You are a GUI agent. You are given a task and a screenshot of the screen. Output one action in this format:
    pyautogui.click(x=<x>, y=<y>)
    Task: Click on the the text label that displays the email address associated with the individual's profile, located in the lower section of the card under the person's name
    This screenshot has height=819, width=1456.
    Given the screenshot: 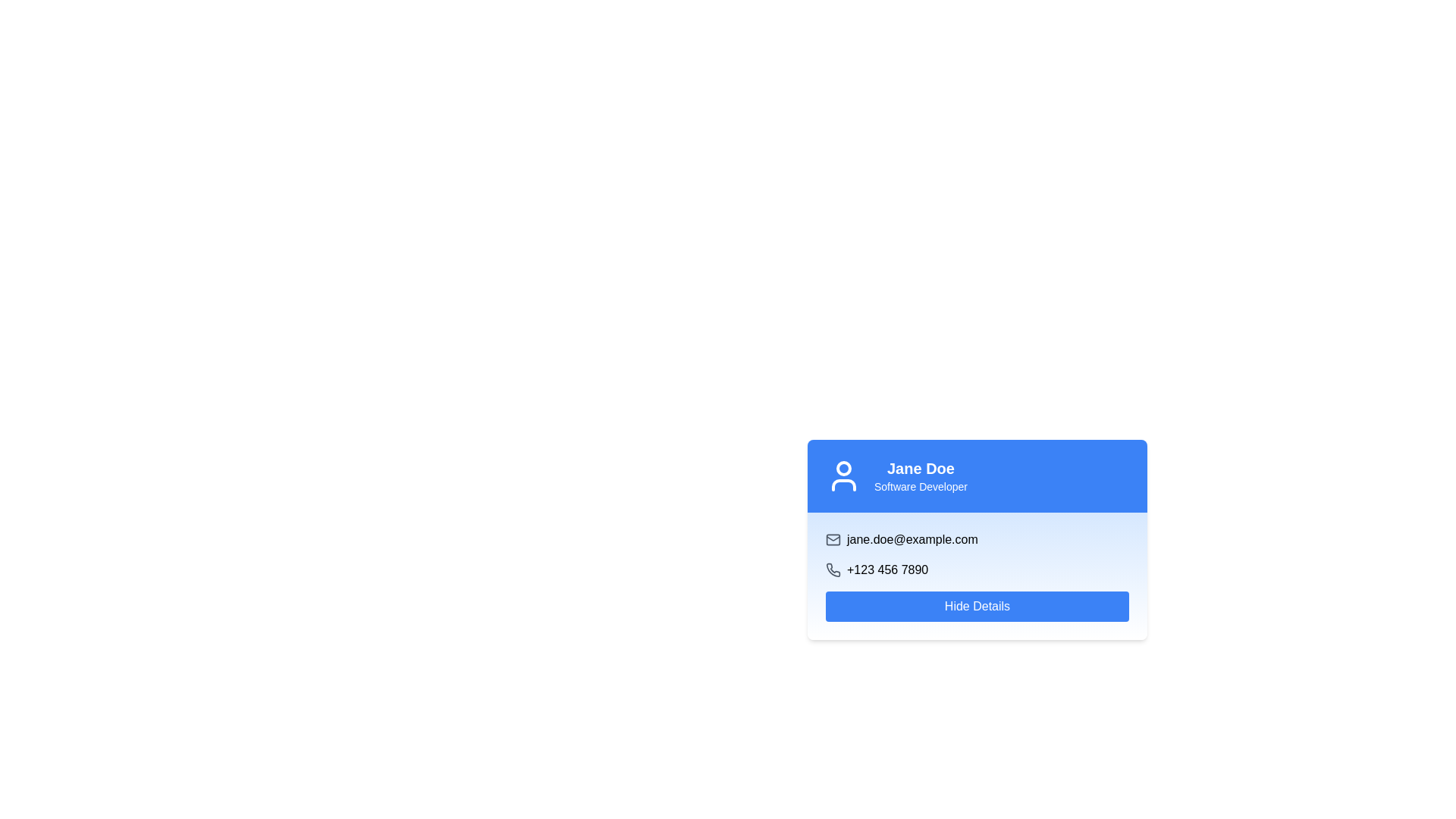 What is the action you would take?
    pyautogui.click(x=912, y=539)
    